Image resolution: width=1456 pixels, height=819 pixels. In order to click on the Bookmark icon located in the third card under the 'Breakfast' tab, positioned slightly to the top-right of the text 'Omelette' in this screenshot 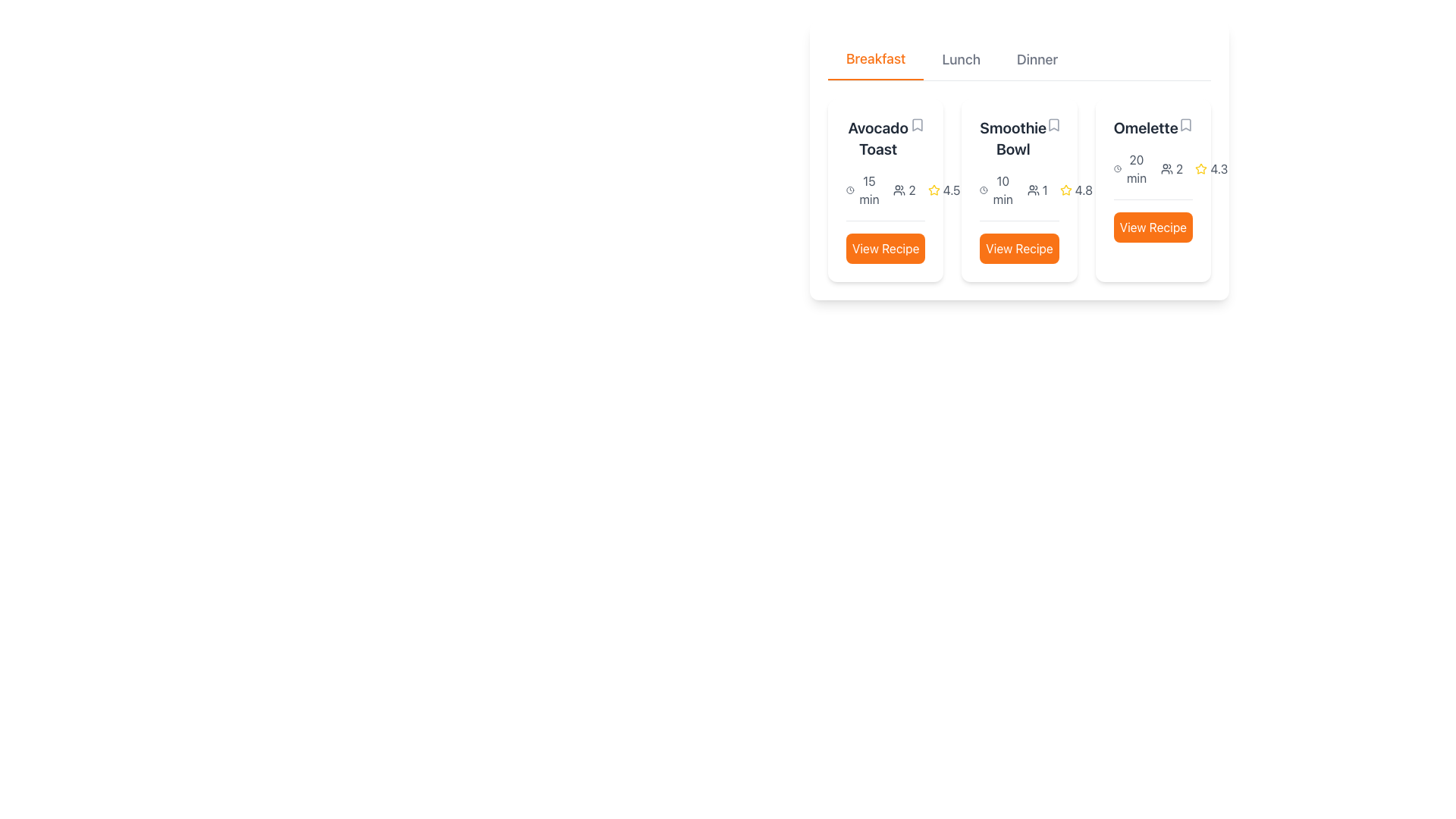, I will do `click(1185, 124)`.